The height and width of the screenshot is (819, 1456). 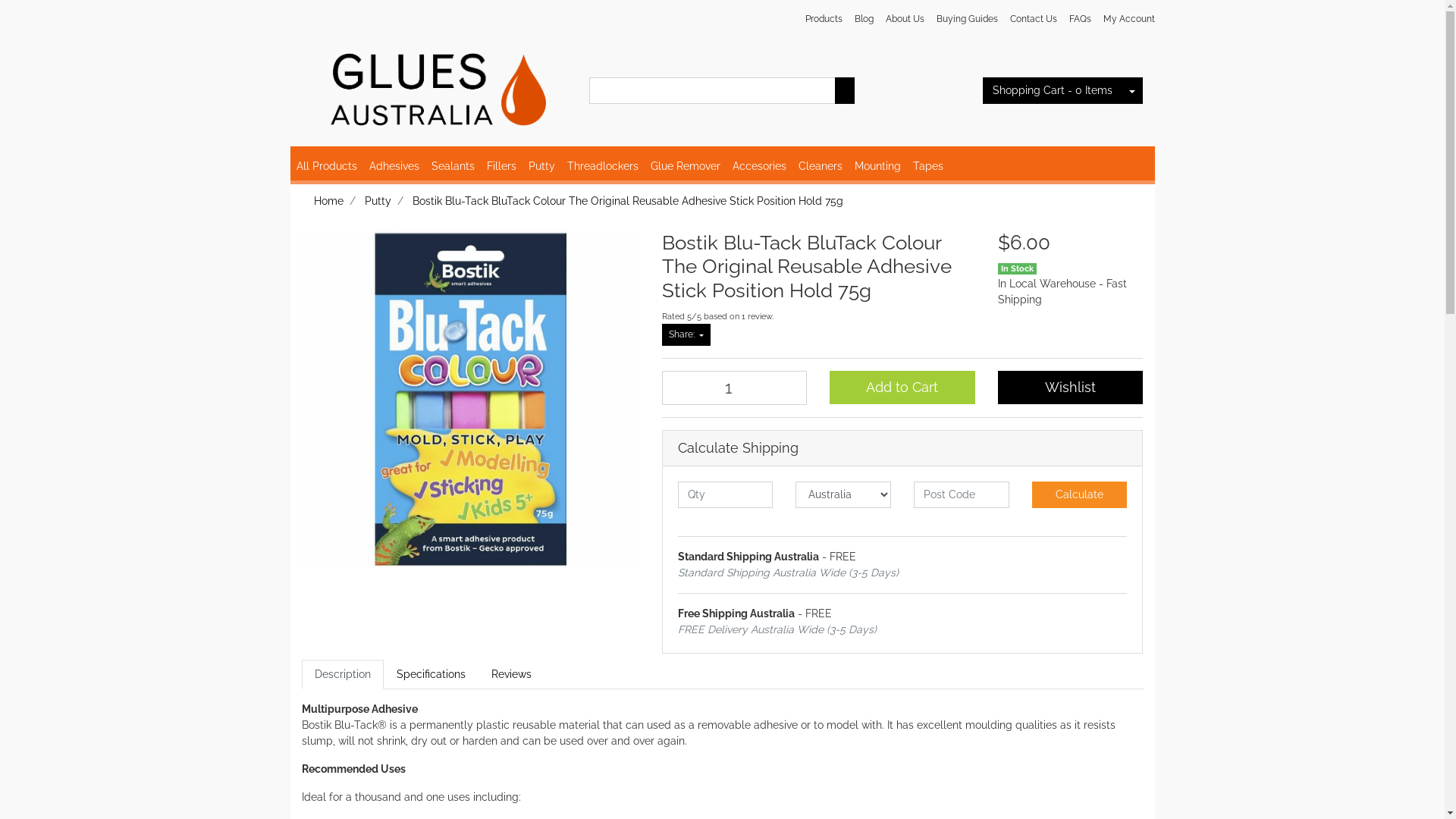 What do you see at coordinates (1033, 18) in the screenshot?
I see `'Contact Us'` at bounding box center [1033, 18].